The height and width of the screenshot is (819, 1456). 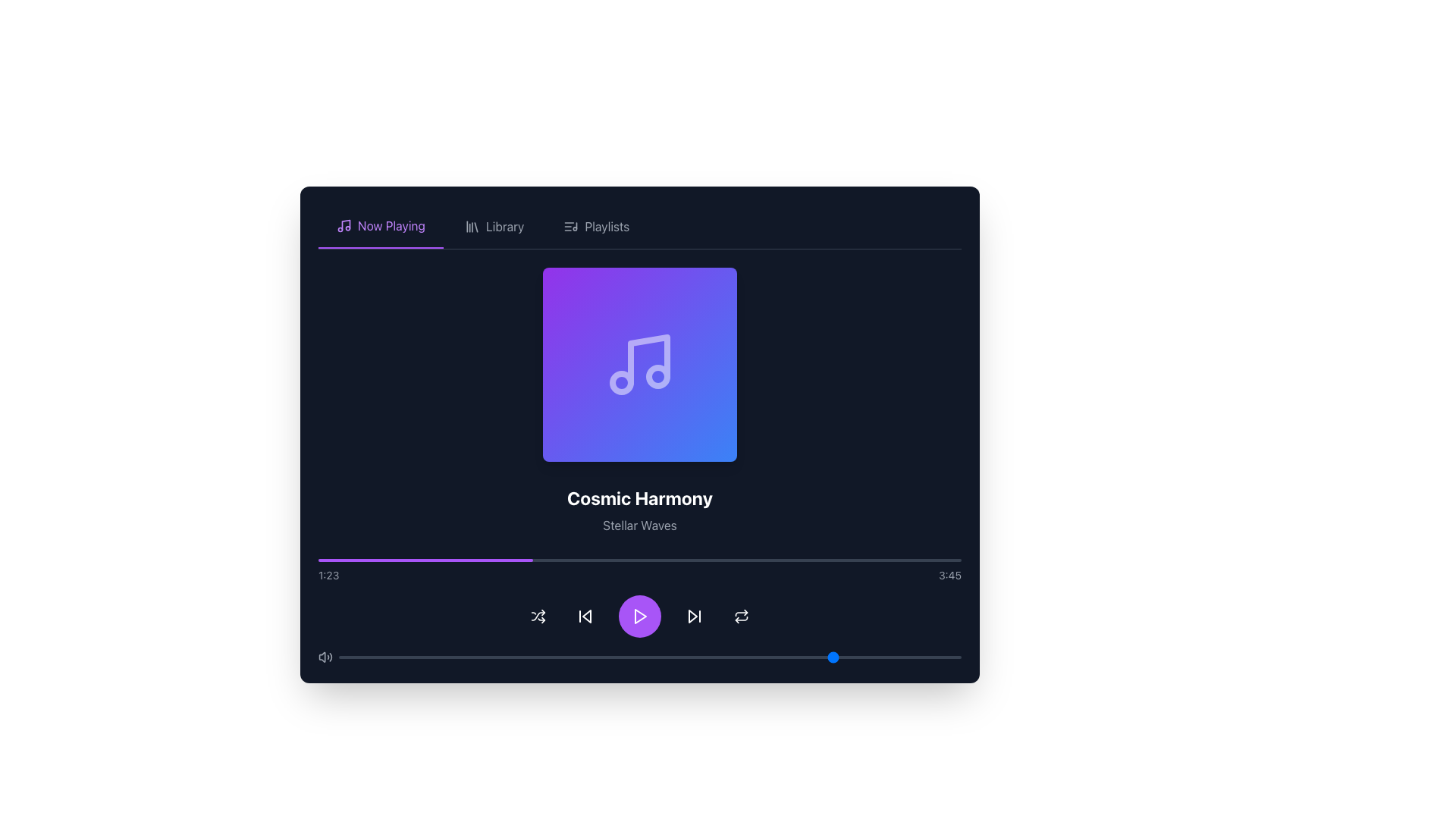 I want to click on the slider, so click(x=574, y=657).